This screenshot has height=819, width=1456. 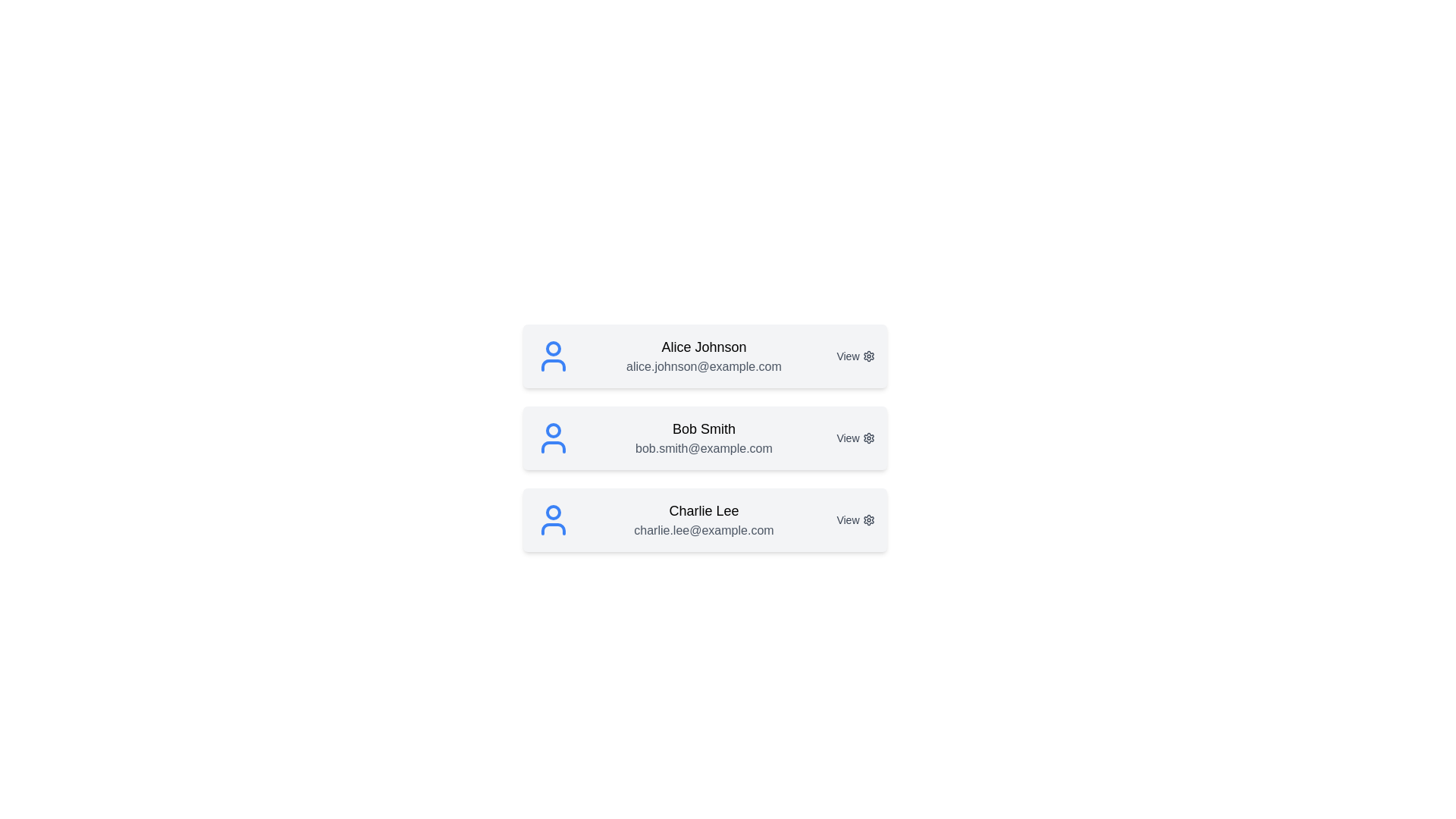 I want to click on the decorative graphical element located at the upper left of the first row in the list, which is superimposed on the user's icon, so click(x=552, y=348).